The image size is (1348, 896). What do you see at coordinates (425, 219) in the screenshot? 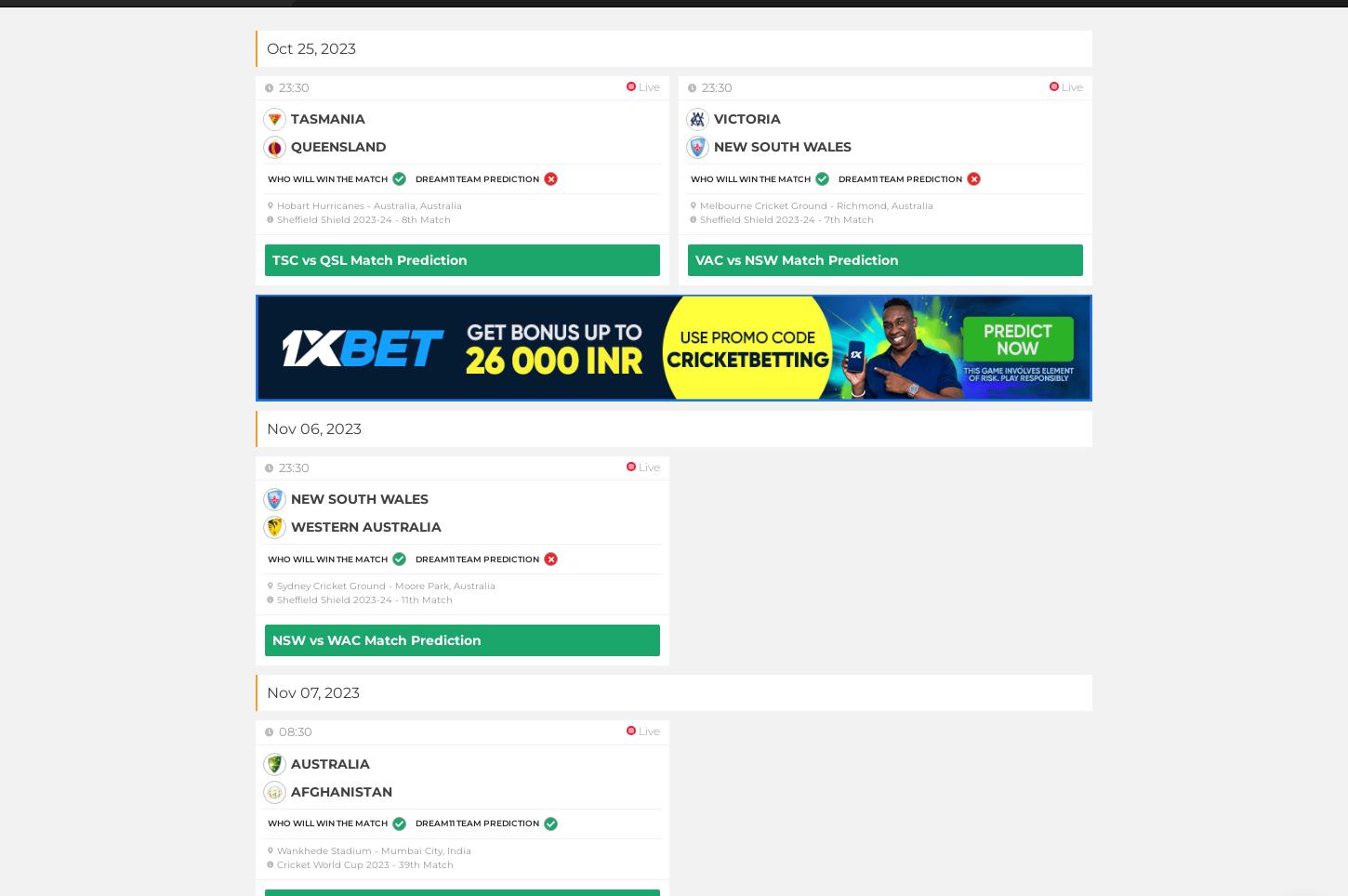
I see `'8th Match'` at bounding box center [425, 219].